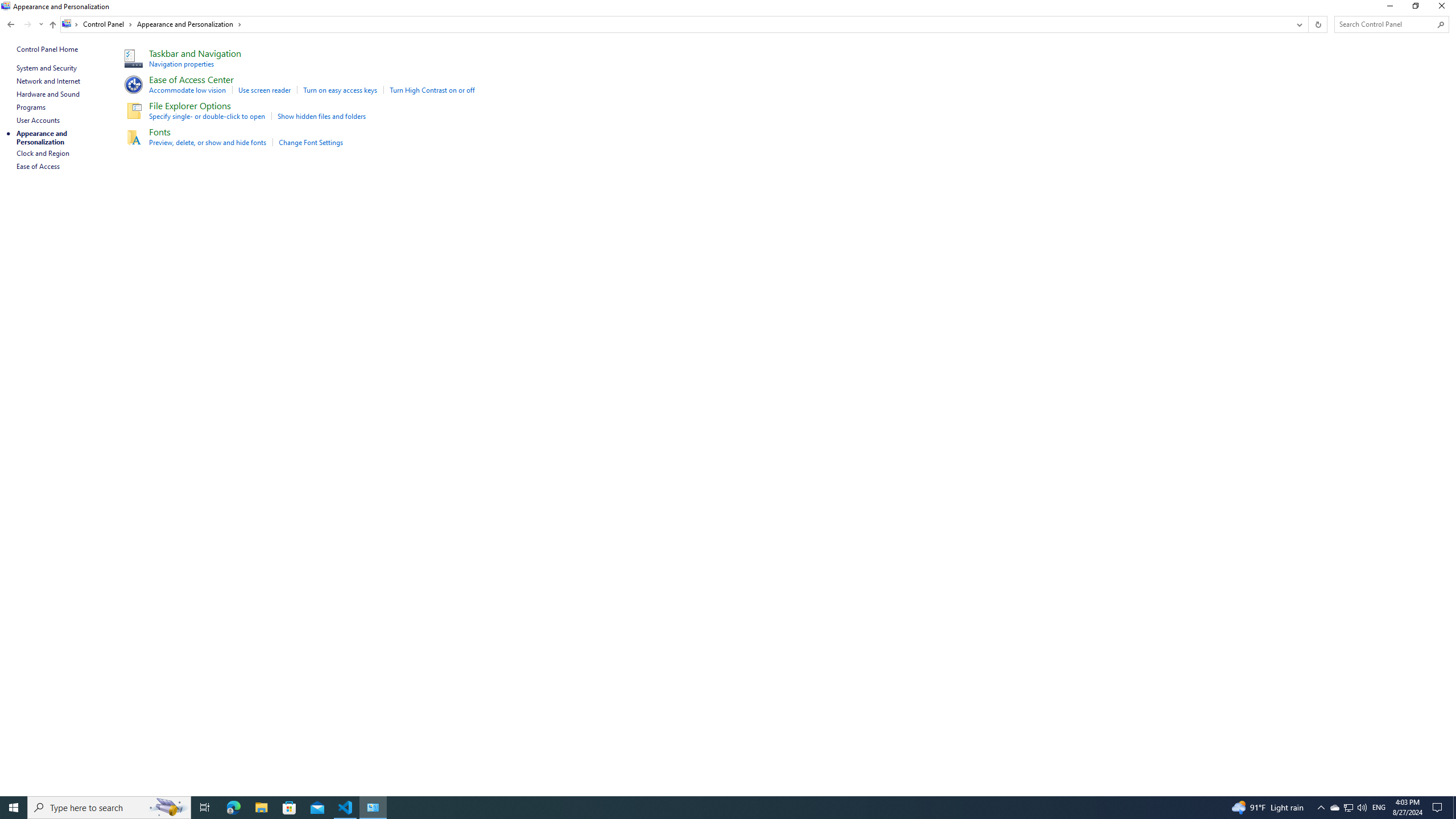 The width and height of the screenshot is (1456, 819). Describe the element at coordinates (206, 115) in the screenshot. I see `'Specify single- or double-click to open'` at that location.